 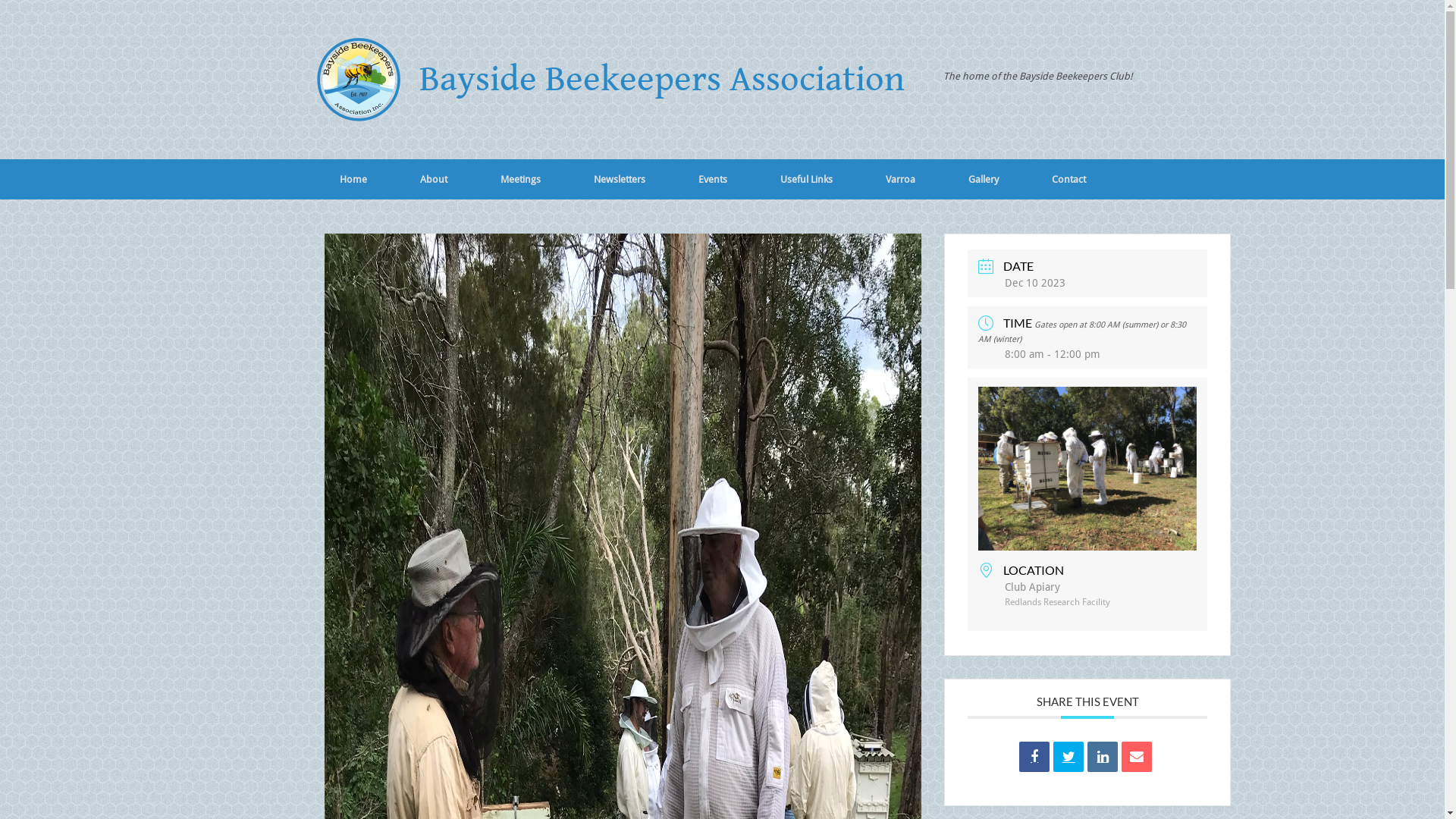 I want to click on 'Linkedin', so click(x=1103, y=757).